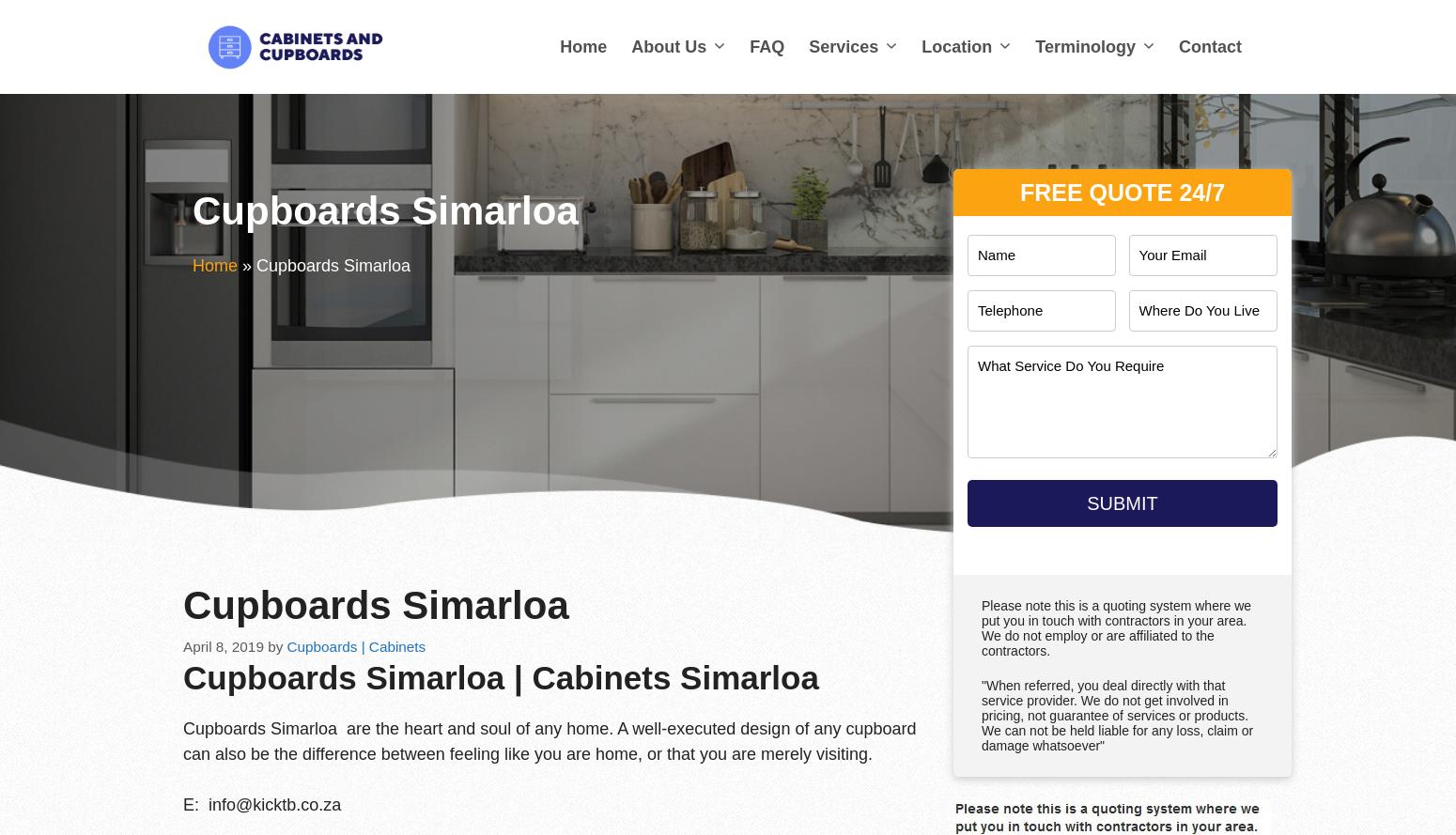 The height and width of the screenshot is (835, 1456). What do you see at coordinates (181, 646) in the screenshot?
I see `'April 8, 2019'` at bounding box center [181, 646].